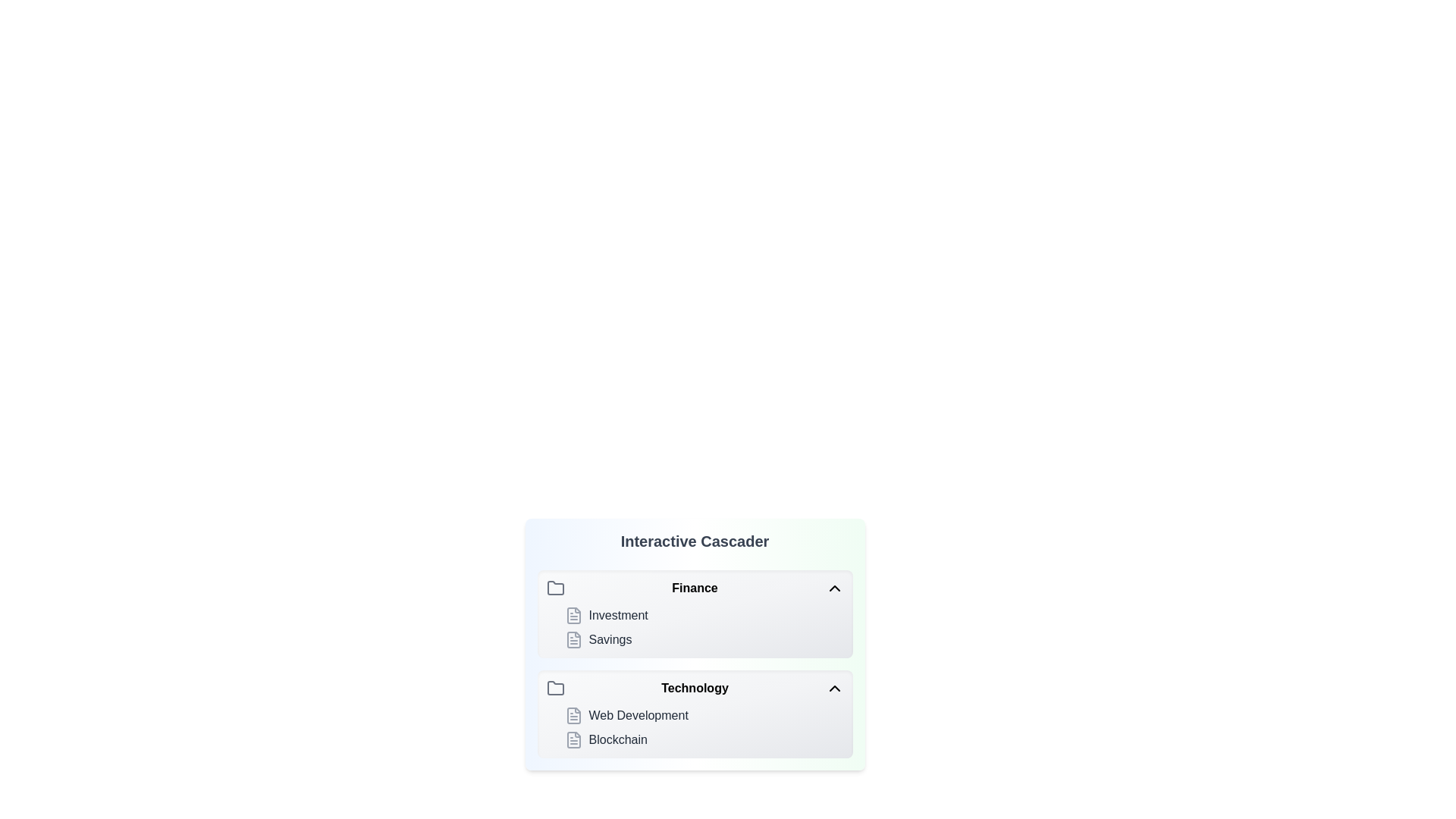  Describe the element at coordinates (573, 739) in the screenshot. I see `the icon representing a document or file under the 'Technology' category in the cascade menu, following the 'Web Development' option and associated with the 'Blockchain' label` at that location.